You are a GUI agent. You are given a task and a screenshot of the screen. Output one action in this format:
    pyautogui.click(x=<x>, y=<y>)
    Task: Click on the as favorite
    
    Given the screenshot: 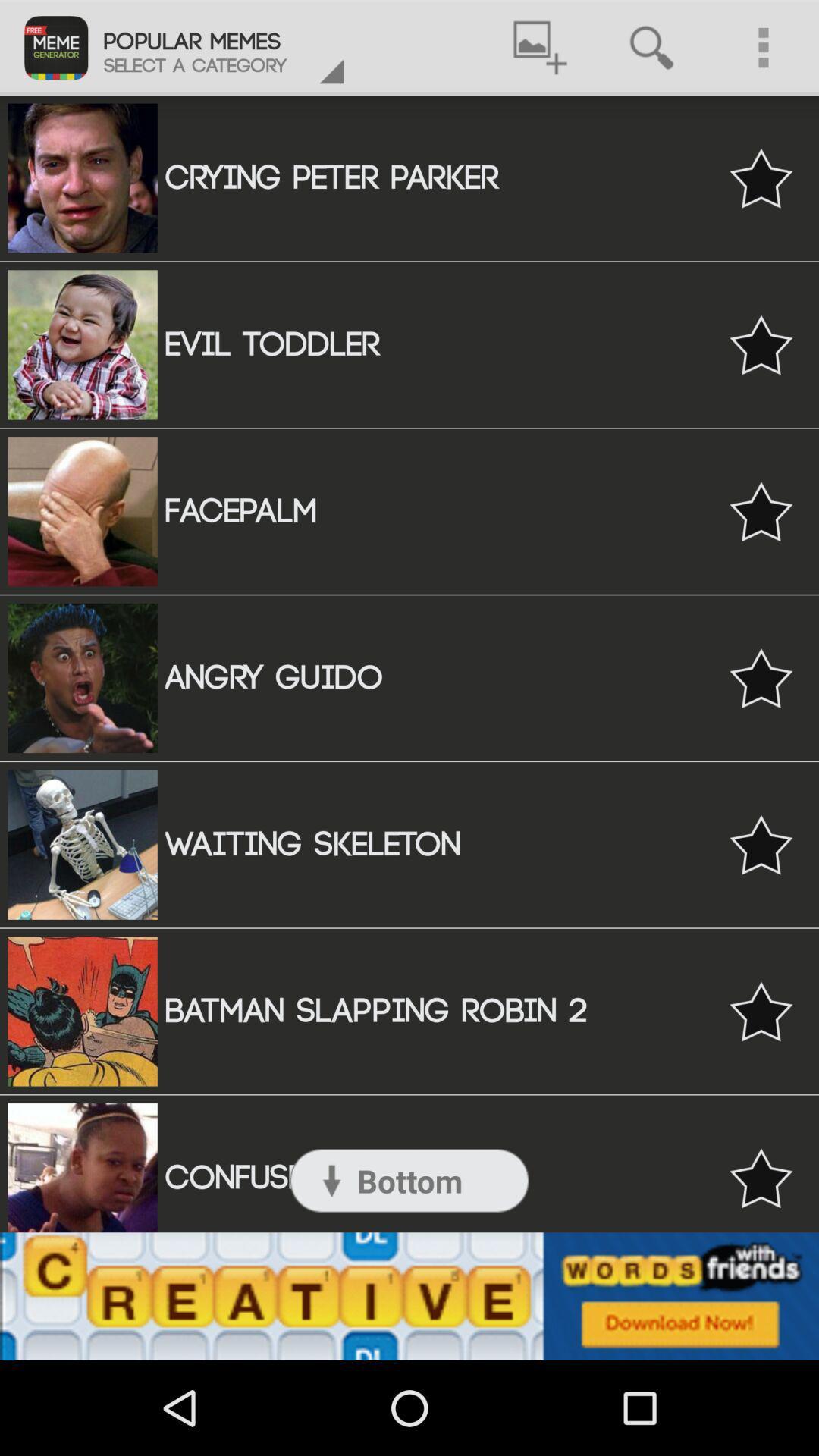 What is the action you would take?
    pyautogui.click(x=761, y=511)
    